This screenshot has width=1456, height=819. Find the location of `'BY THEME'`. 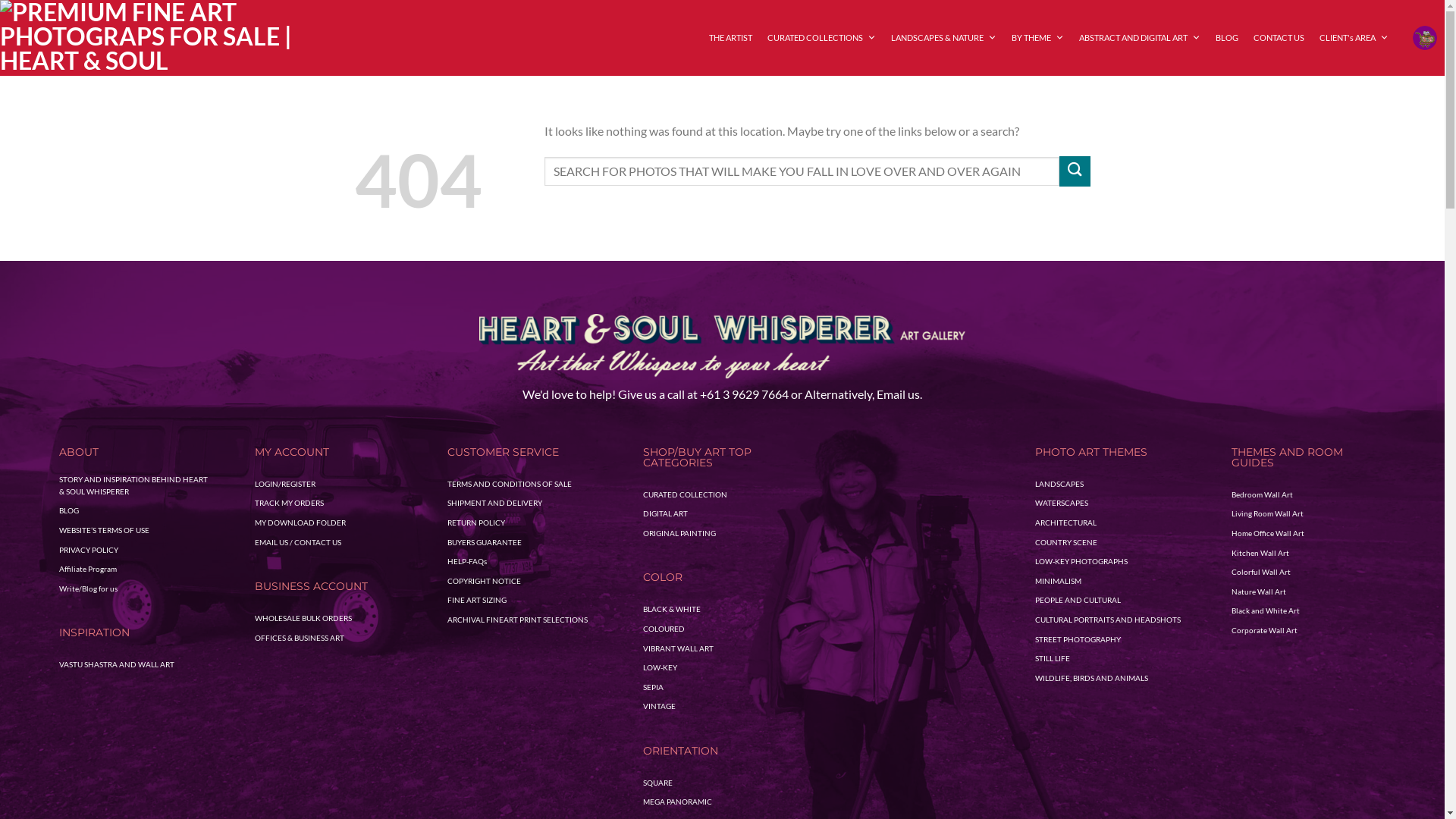

'BY THEME' is located at coordinates (1004, 37).